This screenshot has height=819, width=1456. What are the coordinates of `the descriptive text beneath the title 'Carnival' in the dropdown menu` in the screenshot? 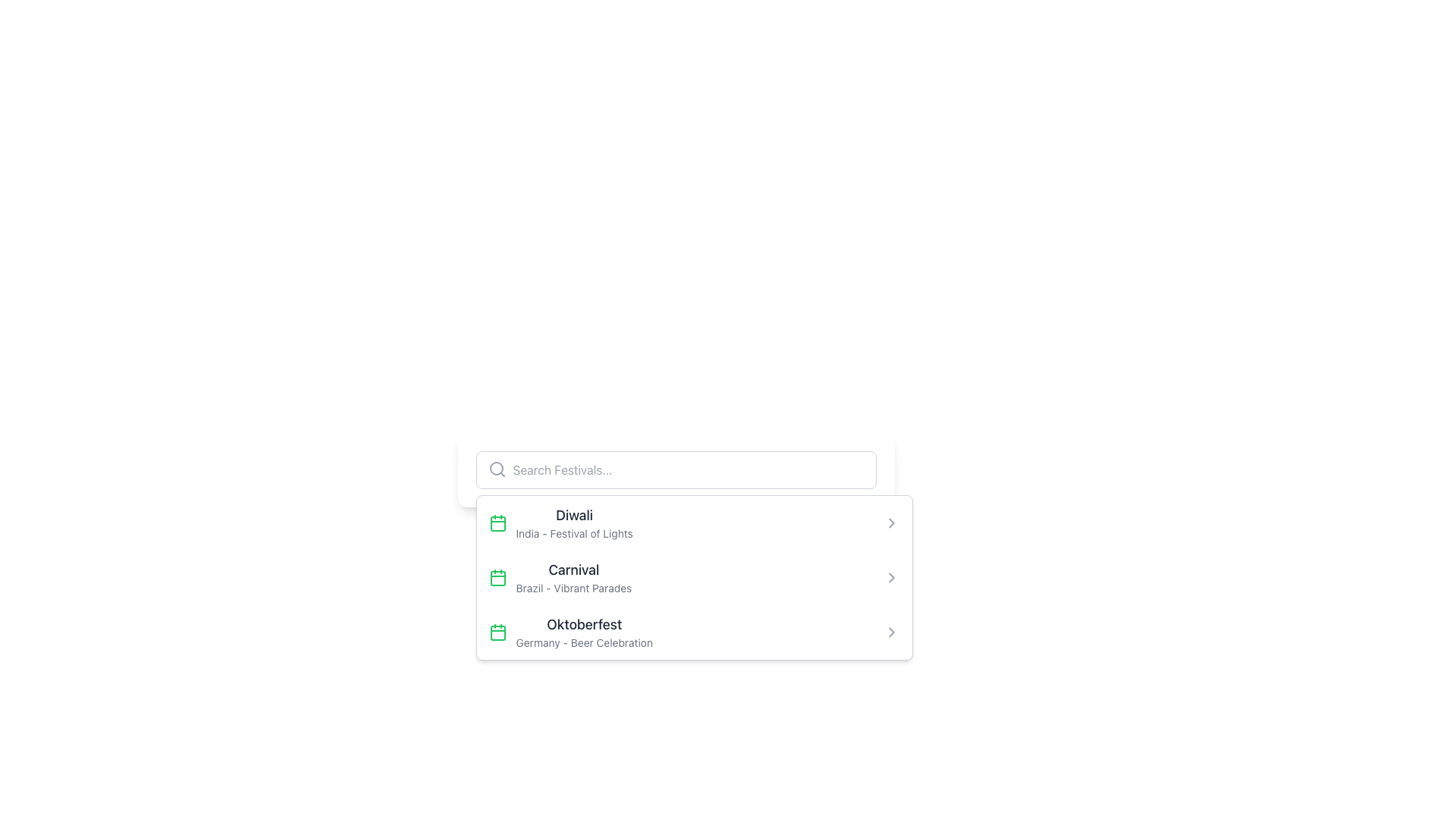 It's located at (573, 587).